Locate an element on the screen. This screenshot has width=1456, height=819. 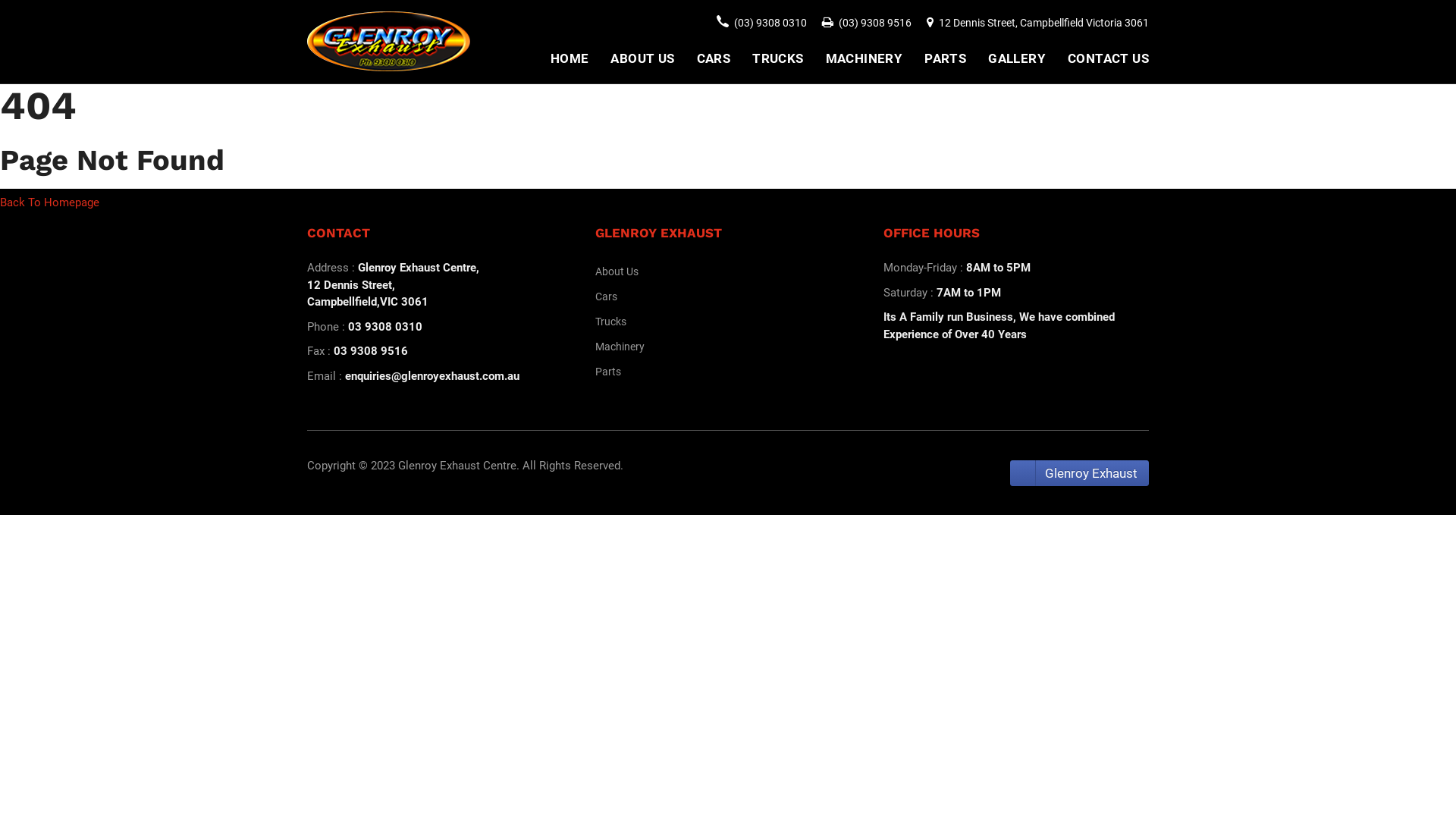
'Back To Homepage' is located at coordinates (49, 201).